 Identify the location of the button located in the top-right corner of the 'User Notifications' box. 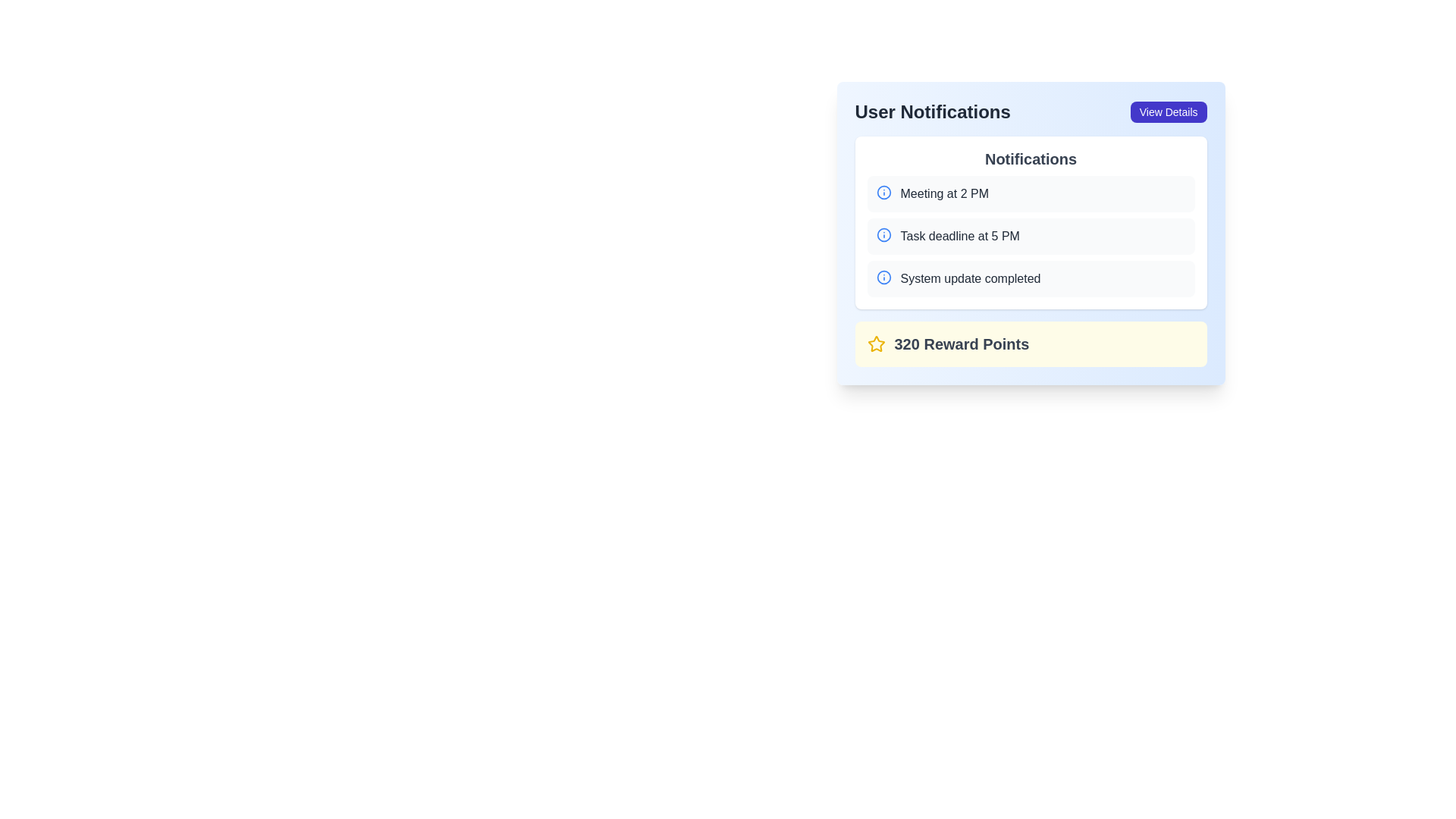
(1167, 111).